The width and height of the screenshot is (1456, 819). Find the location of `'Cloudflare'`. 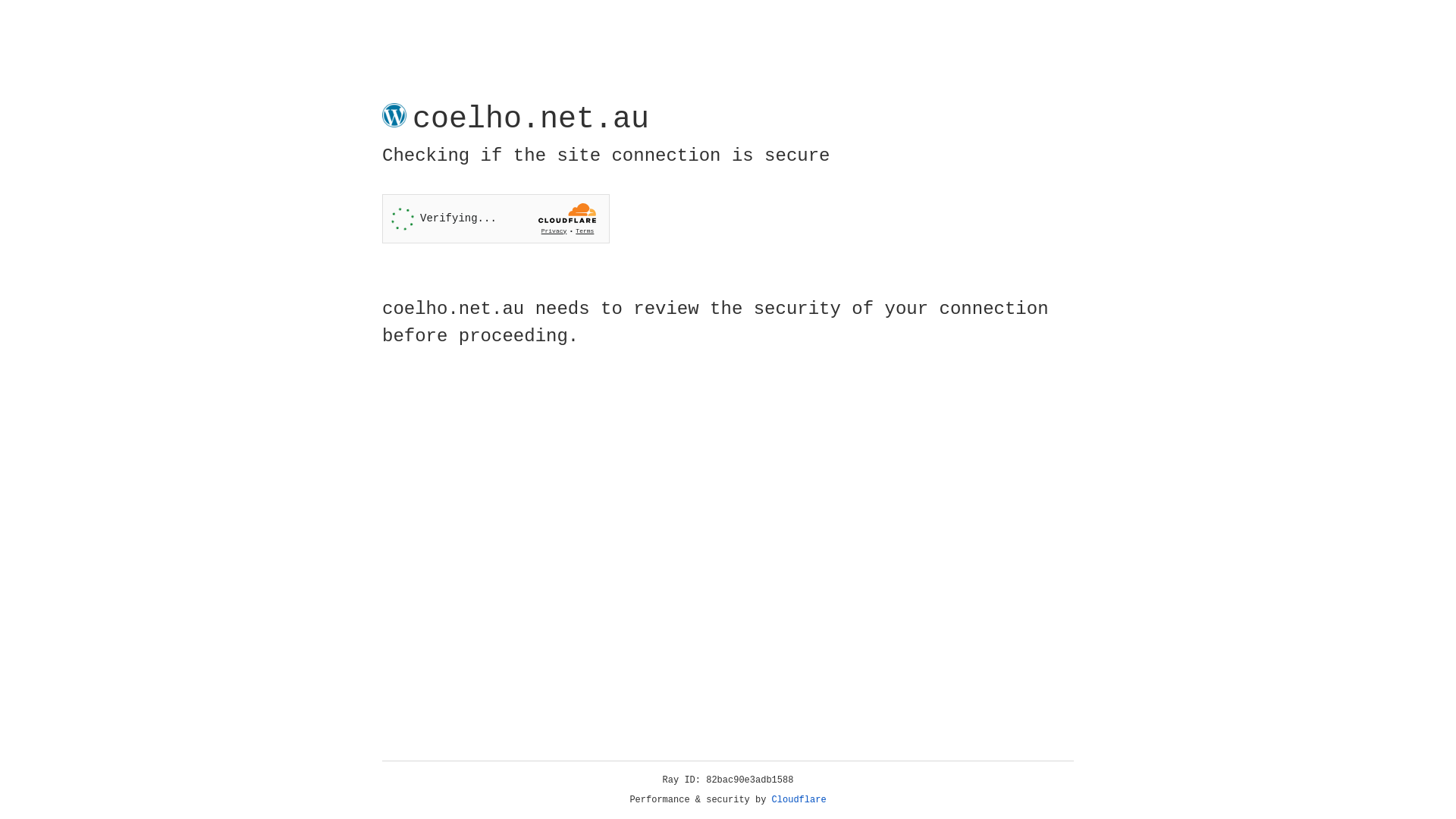

'Cloudflare' is located at coordinates (799, 799).